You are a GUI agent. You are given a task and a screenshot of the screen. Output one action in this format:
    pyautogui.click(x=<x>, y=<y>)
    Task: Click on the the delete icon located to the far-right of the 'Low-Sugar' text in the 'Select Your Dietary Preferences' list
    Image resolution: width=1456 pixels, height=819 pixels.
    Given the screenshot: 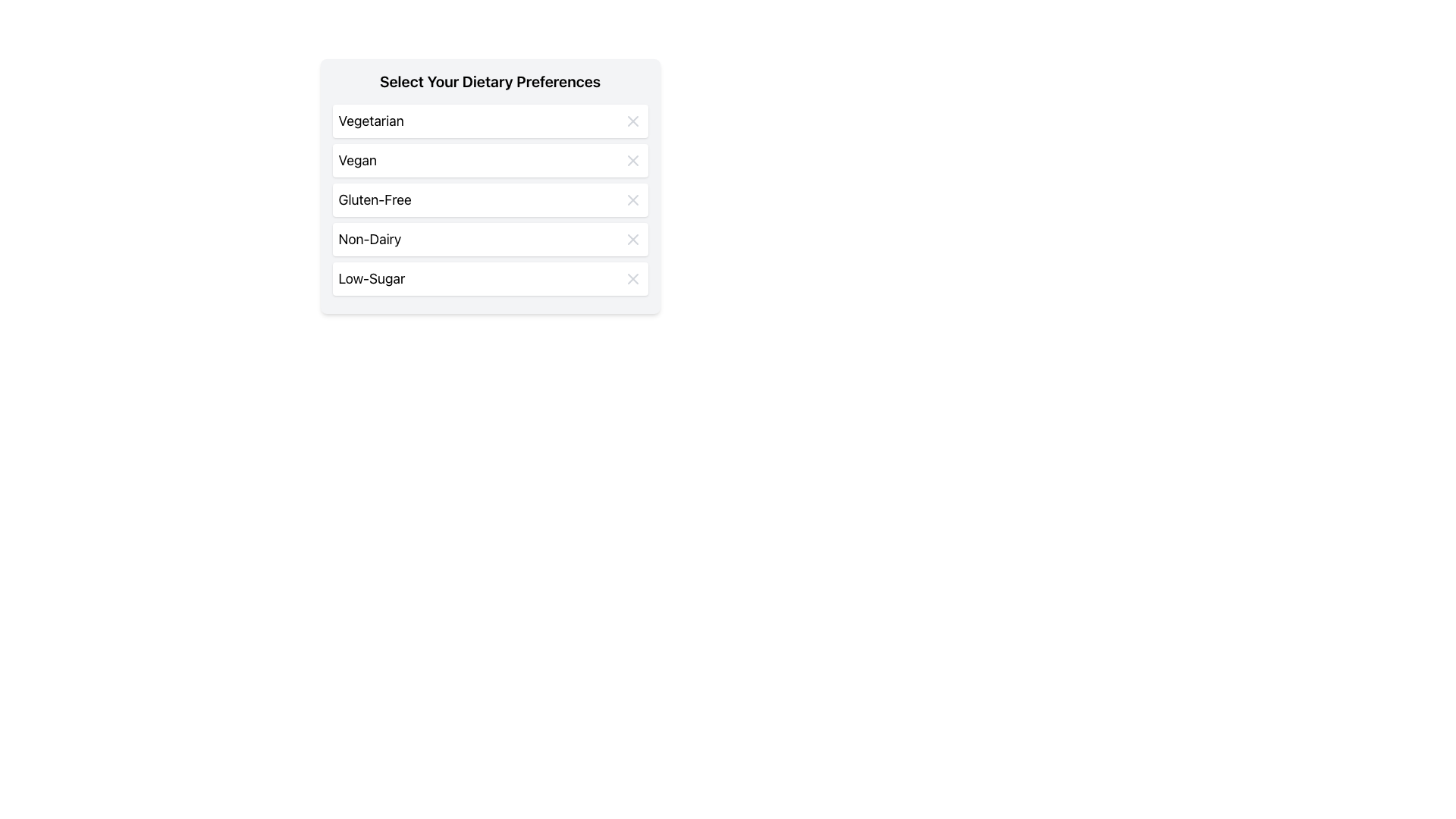 What is the action you would take?
    pyautogui.click(x=632, y=278)
    